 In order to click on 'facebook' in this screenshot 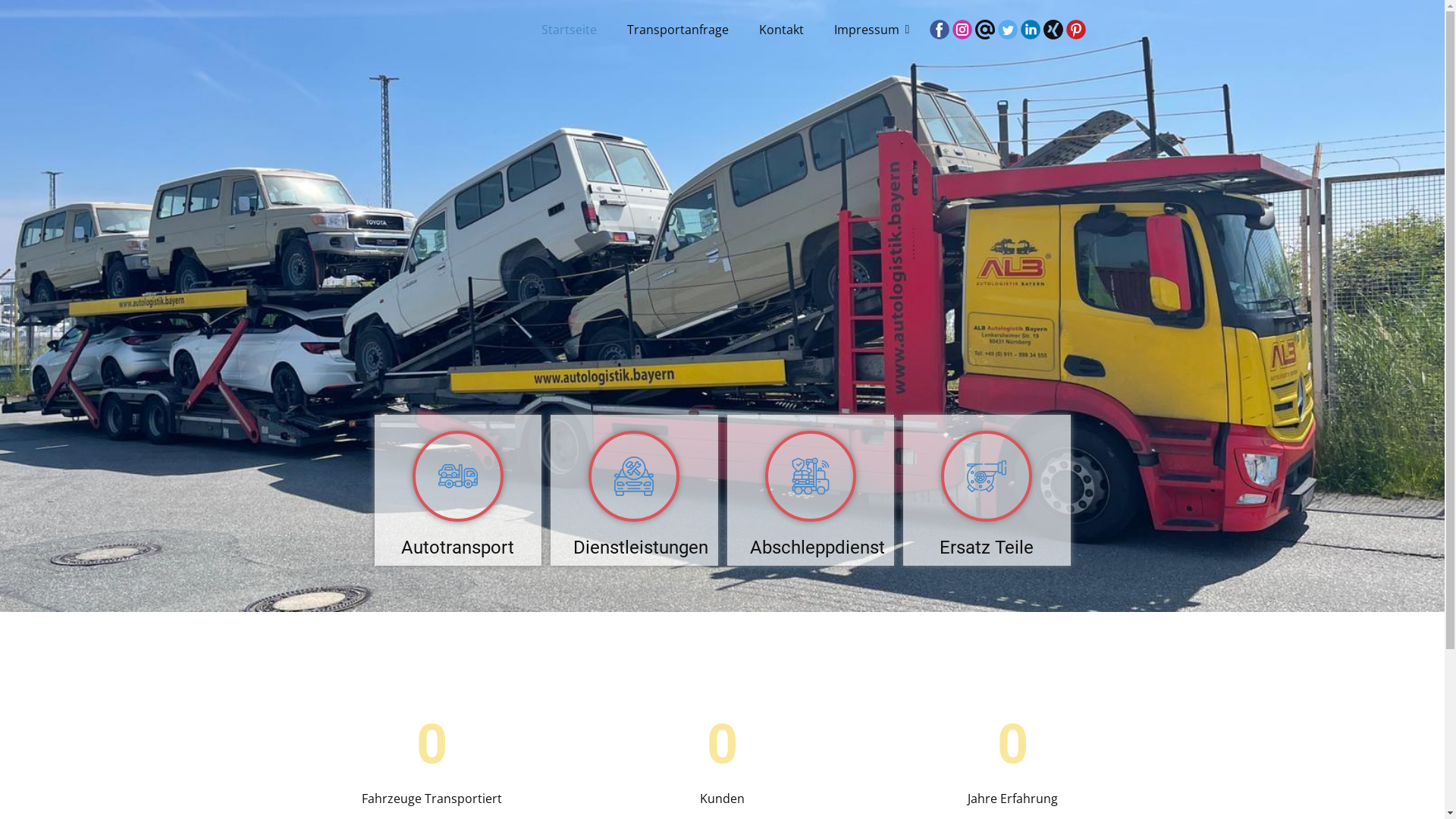, I will do `click(938, 29)`.